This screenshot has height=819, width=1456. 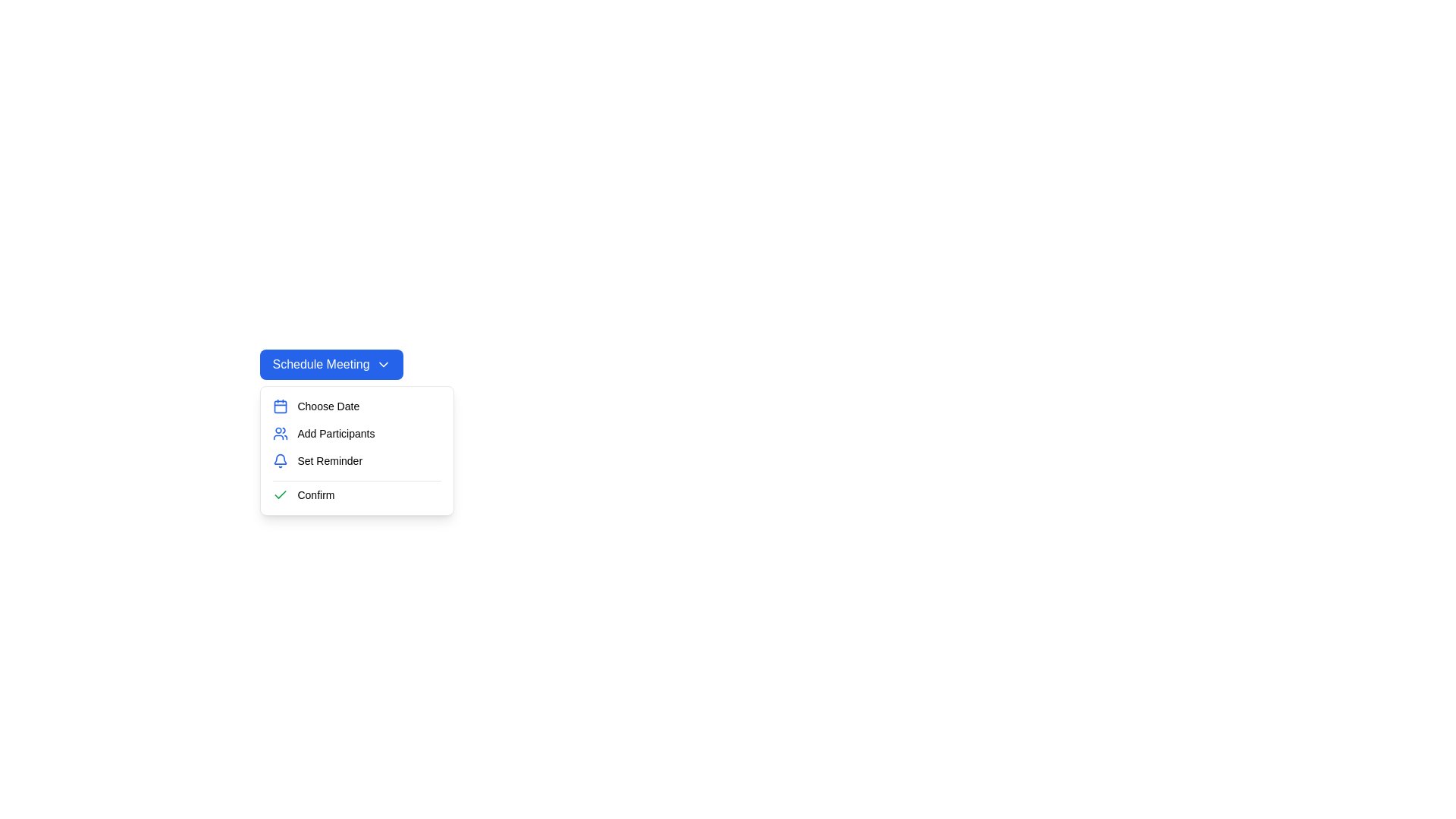 I want to click on the status of the green checkmark icon located within the 'Confirm' button area, which is the first component in a vertical list-group menu, so click(x=281, y=494).